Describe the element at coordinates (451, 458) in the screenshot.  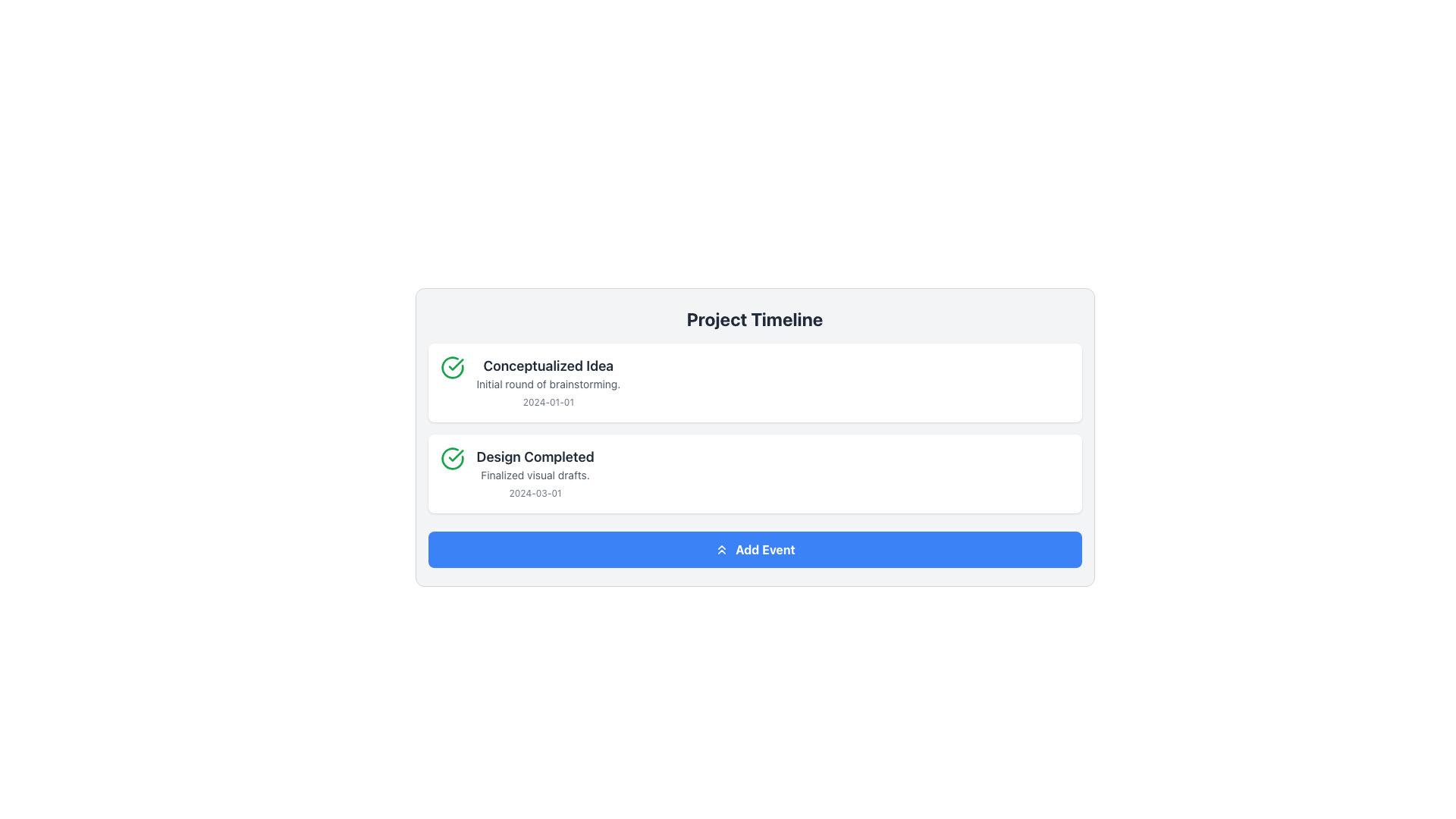
I see `the completion indicator icon for the 'Design Completed' task located in the left section of the lower card within the timeline interface` at that location.